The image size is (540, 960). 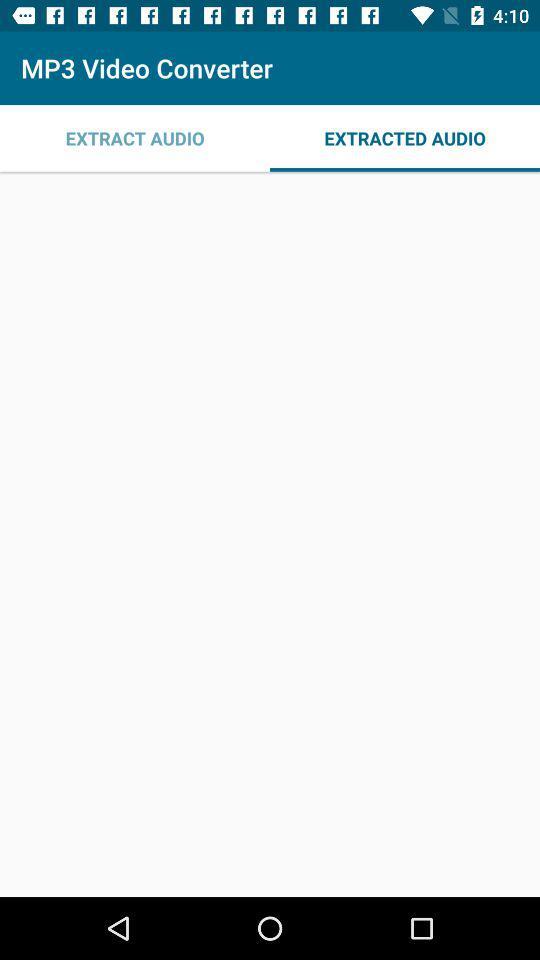 What do you see at coordinates (135, 137) in the screenshot?
I see `the item below mp3 video converter app` at bounding box center [135, 137].